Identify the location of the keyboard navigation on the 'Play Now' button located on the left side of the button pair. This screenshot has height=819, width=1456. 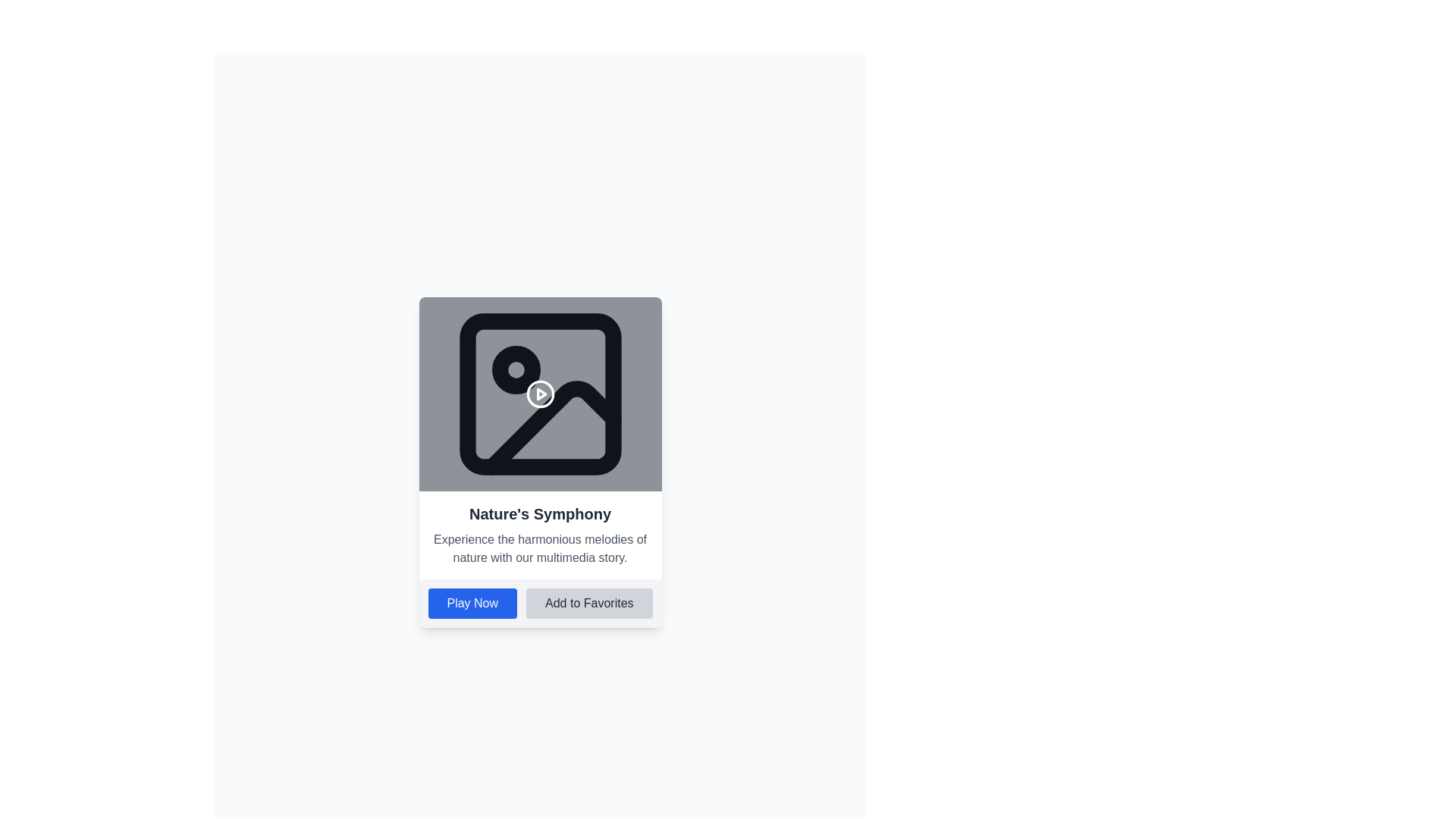
(472, 602).